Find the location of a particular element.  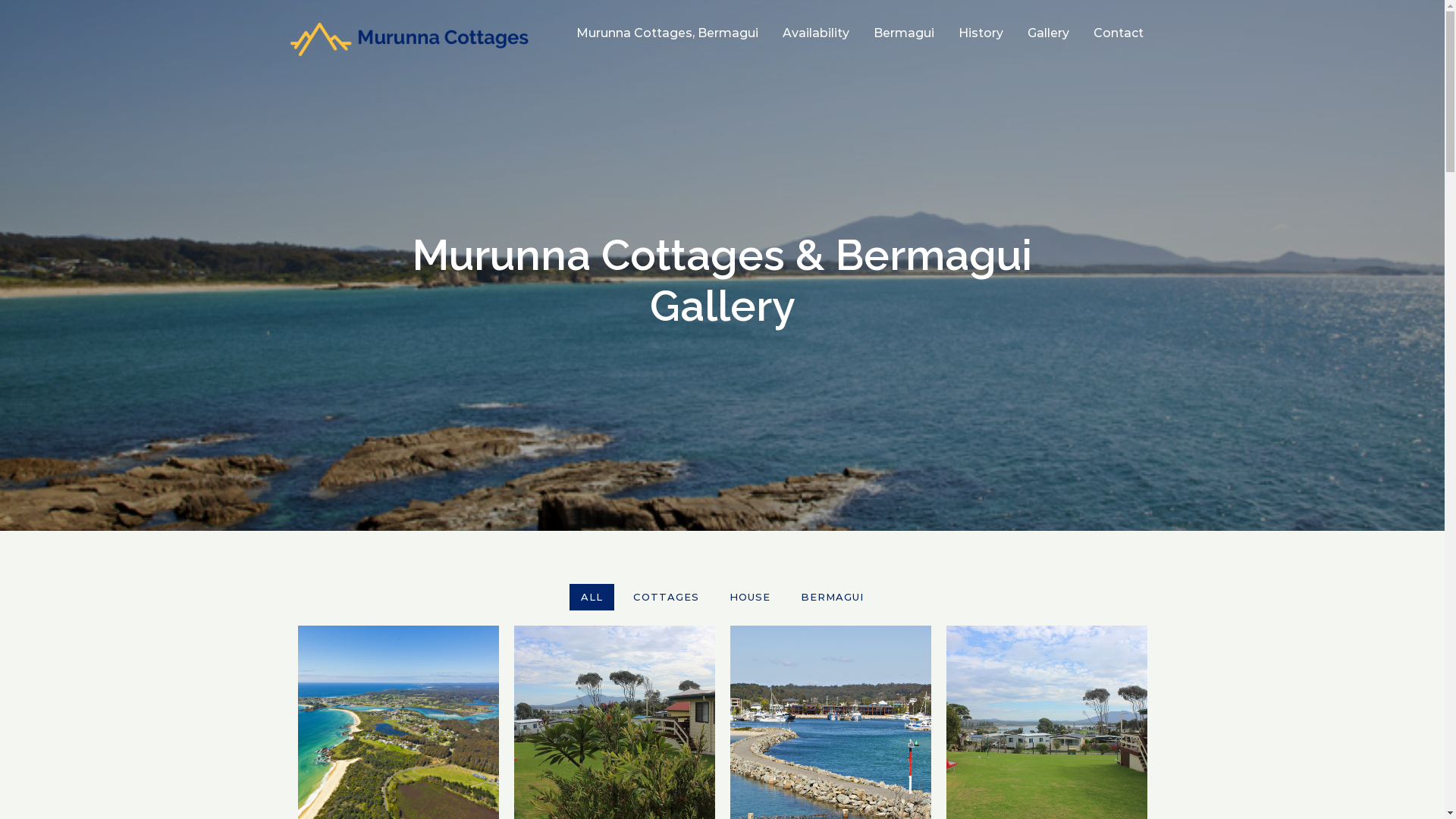

'History' is located at coordinates (981, 33).